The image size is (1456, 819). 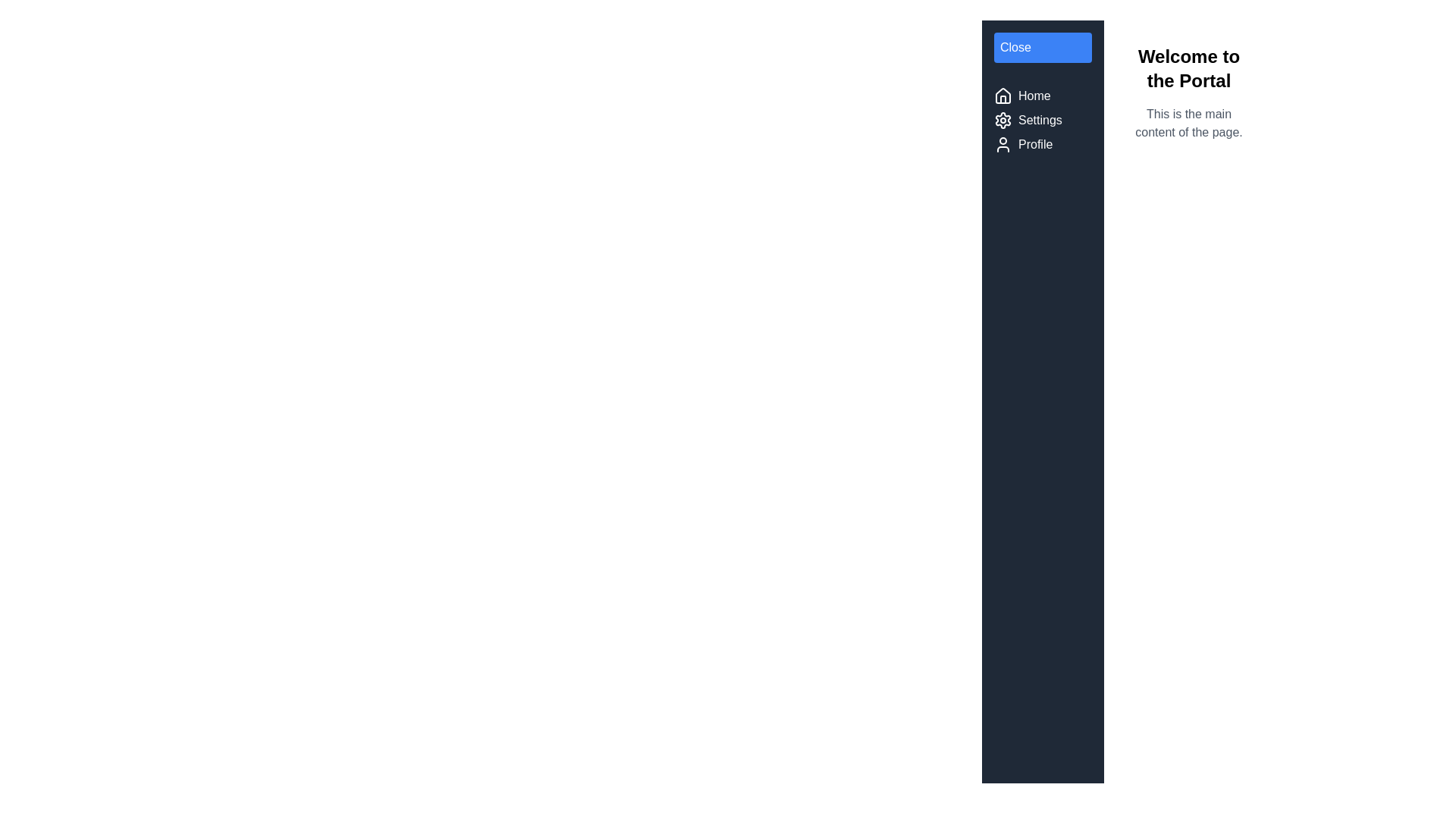 I want to click on the 'Settings' navigation item, which is the second option in the vertical menu on the dark sidebar, so click(x=1041, y=119).